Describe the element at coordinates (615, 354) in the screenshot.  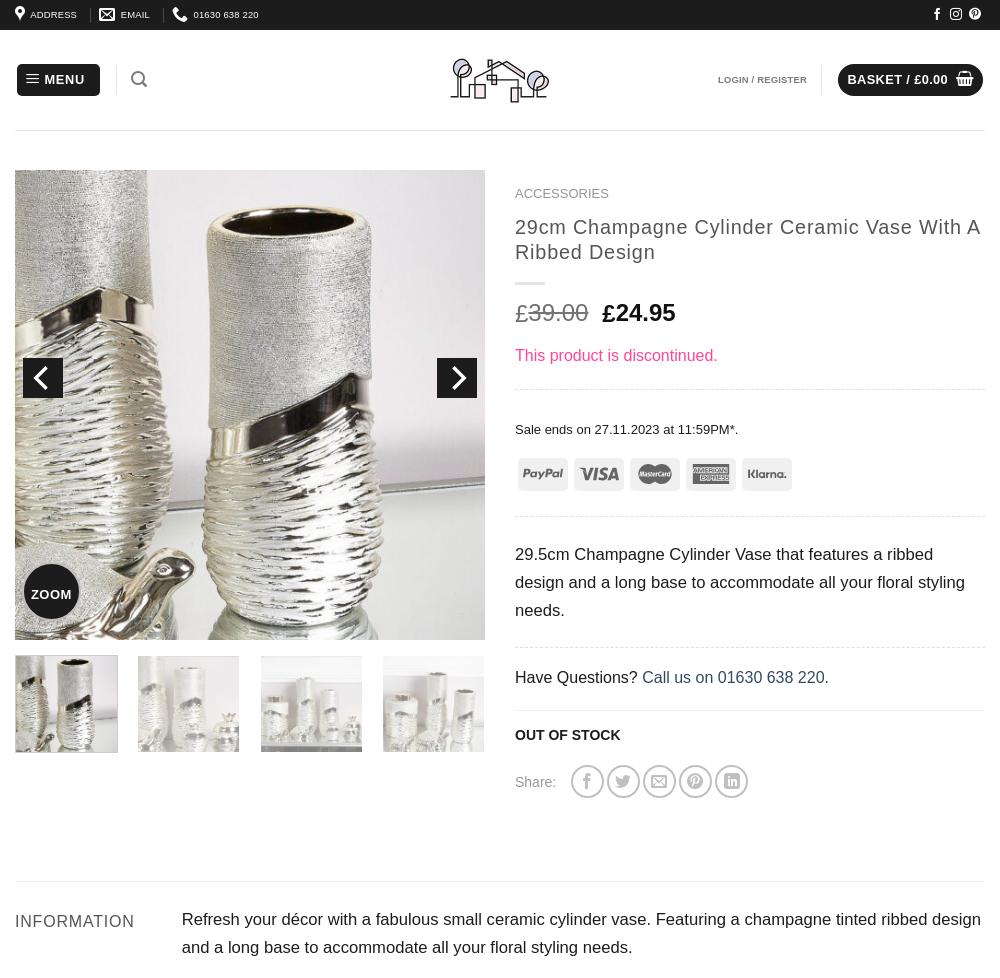
I see `'This product is discontinued.'` at that location.